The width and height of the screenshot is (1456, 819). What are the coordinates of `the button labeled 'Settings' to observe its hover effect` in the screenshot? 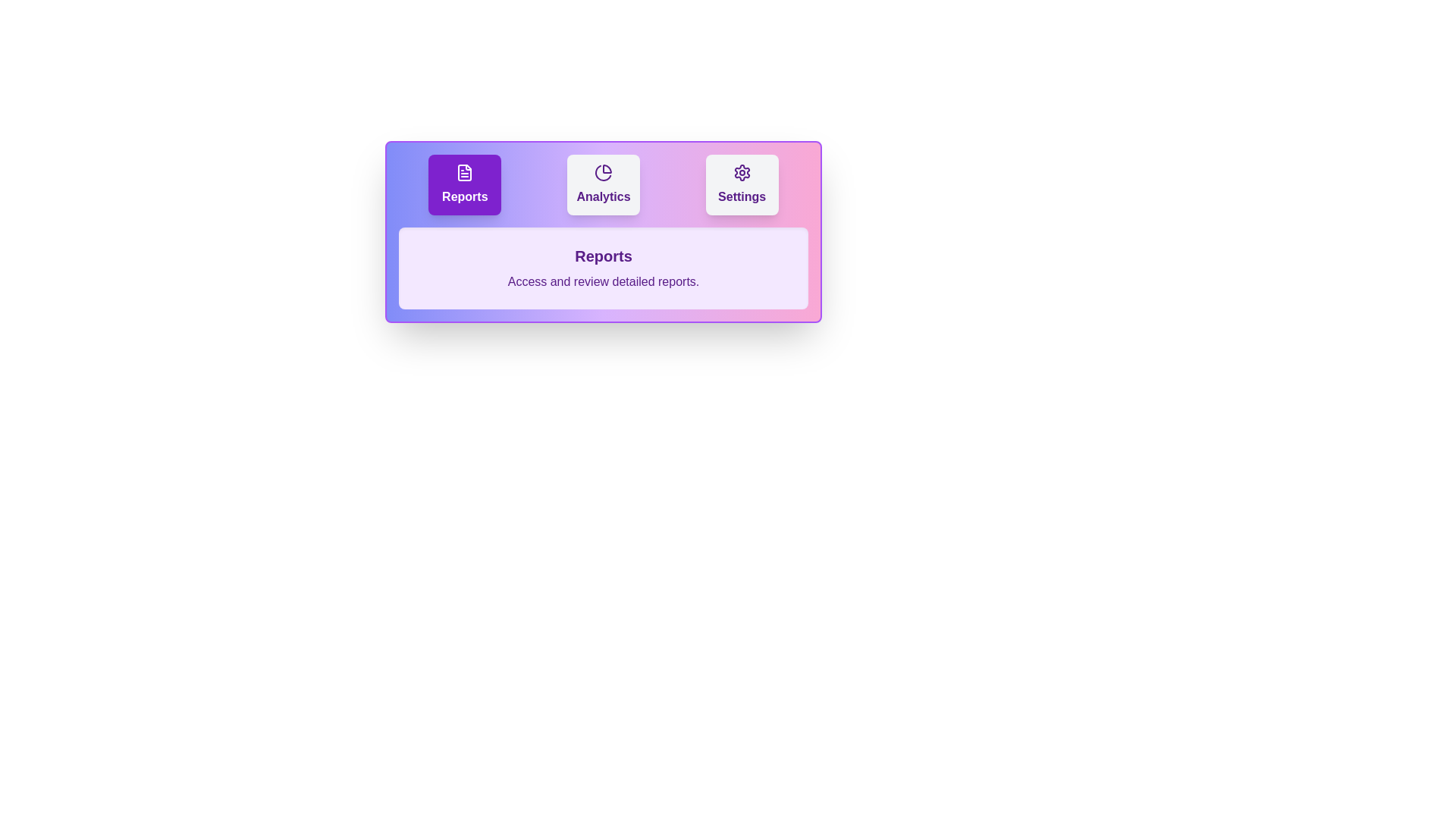 It's located at (742, 184).